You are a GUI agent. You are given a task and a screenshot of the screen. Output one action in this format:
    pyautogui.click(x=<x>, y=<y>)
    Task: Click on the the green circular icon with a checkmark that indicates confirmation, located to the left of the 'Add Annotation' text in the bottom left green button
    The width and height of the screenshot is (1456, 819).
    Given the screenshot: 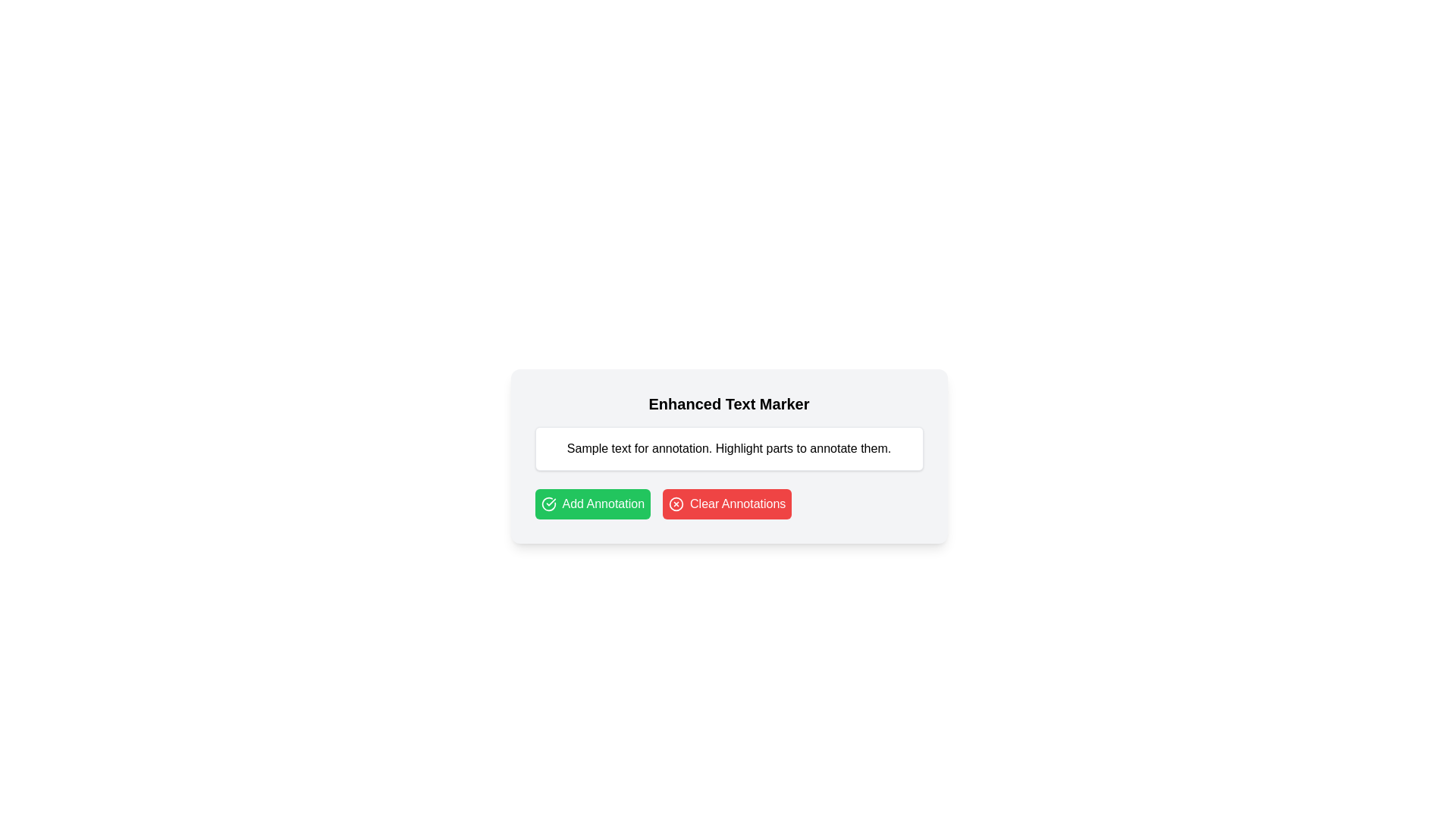 What is the action you would take?
    pyautogui.click(x=548, y=504)
    